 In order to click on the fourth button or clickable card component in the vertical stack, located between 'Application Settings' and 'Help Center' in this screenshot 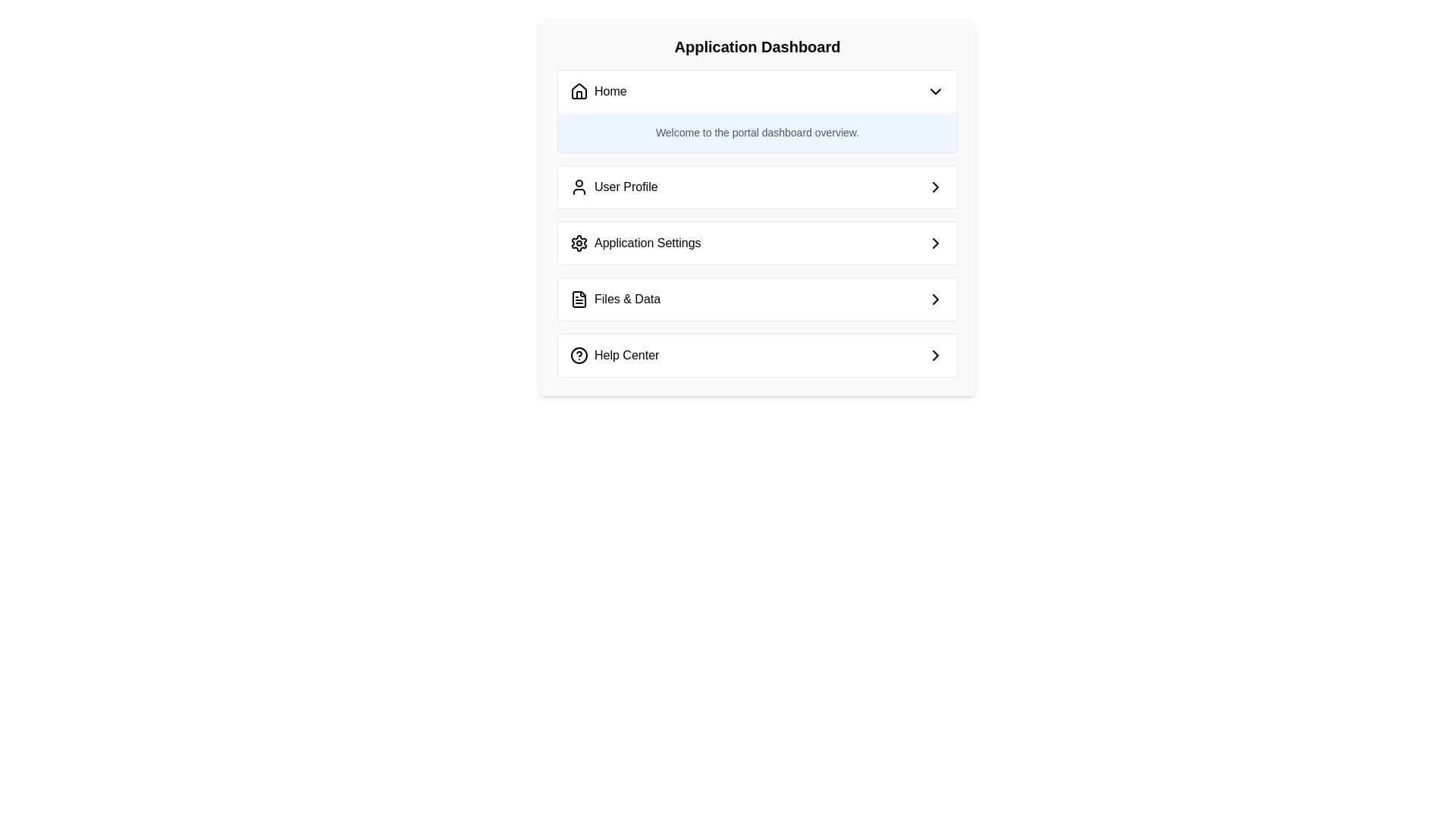, I will do `click(757, 299)`.